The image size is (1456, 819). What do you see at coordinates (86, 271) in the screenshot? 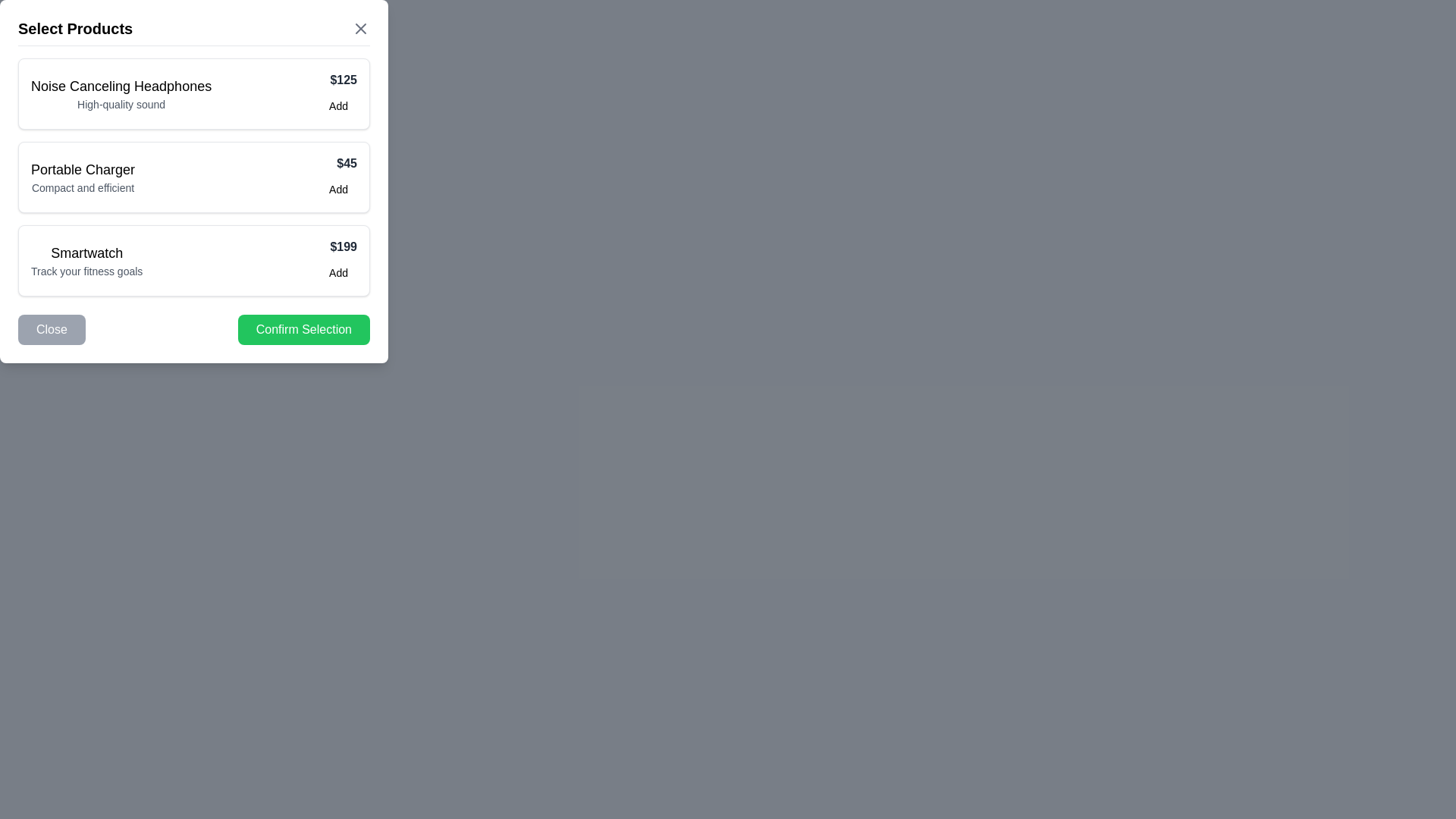
I see `the text element displaying 'Track your fitness goals', which is located directly beneath the heading 'Smartwatch' in a compact gray font` at bounding box center [86, 271].